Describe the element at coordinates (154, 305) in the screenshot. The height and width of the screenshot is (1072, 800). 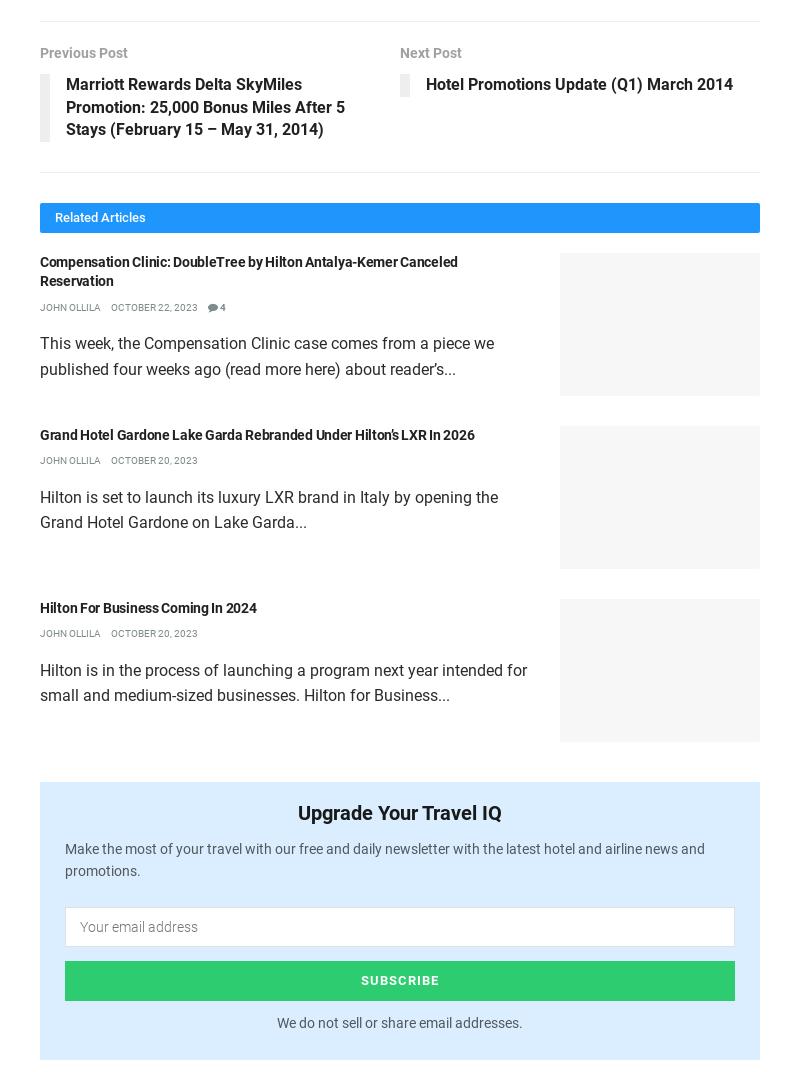
I see `'October 22, 2023'` at that location.